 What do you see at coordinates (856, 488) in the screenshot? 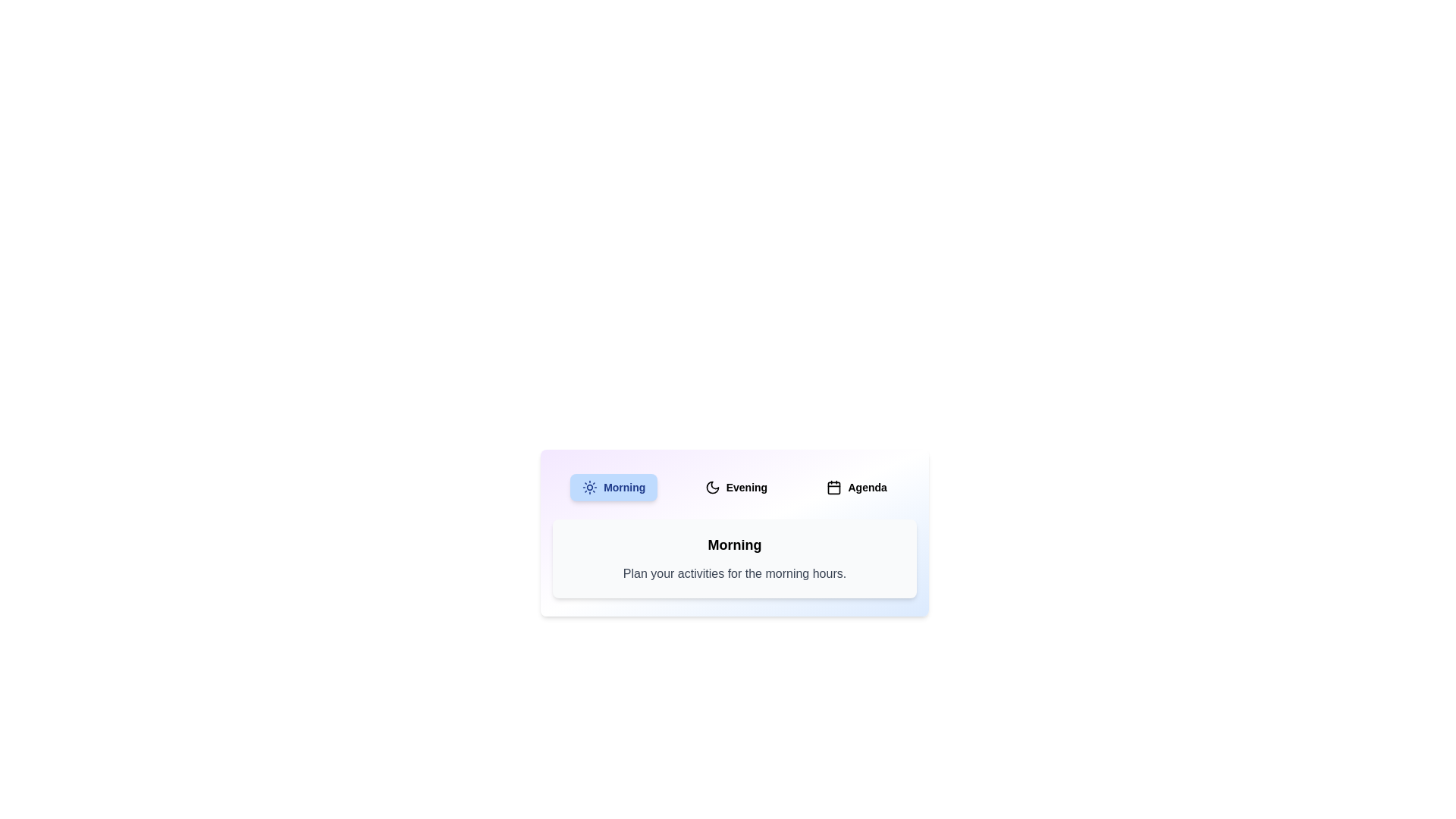
I see `the Agenda tab by clicking on its corresponding button` at bounding box center [856, 488].